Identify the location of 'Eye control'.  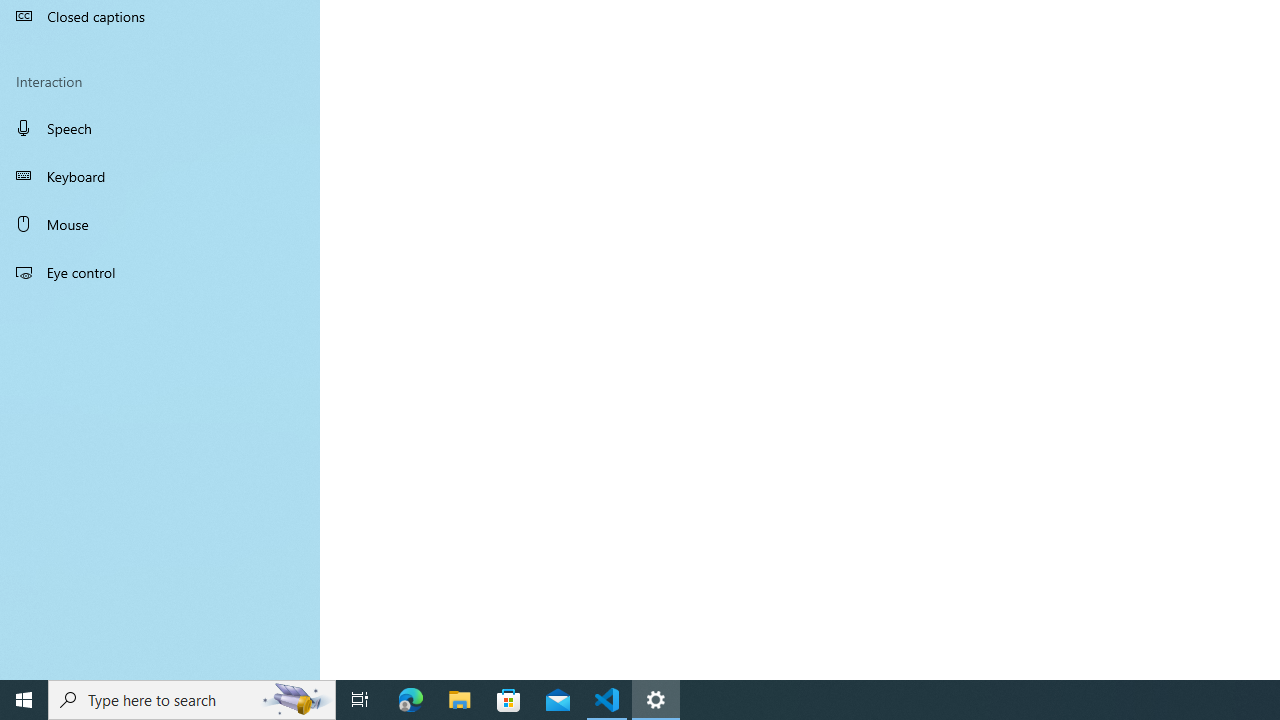
(160, 271).